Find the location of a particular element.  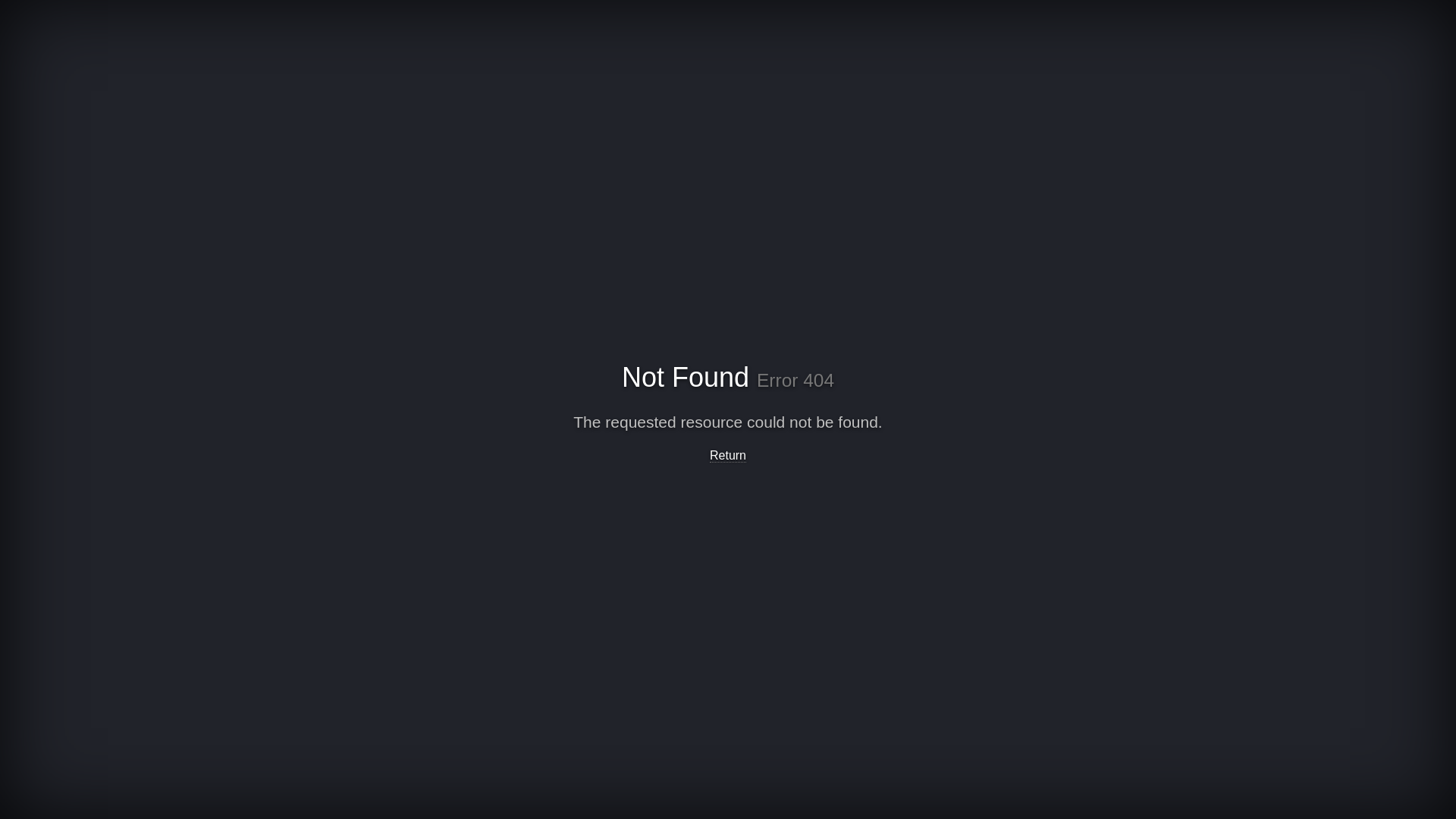

'Return' is located at coordinates (728, 455).